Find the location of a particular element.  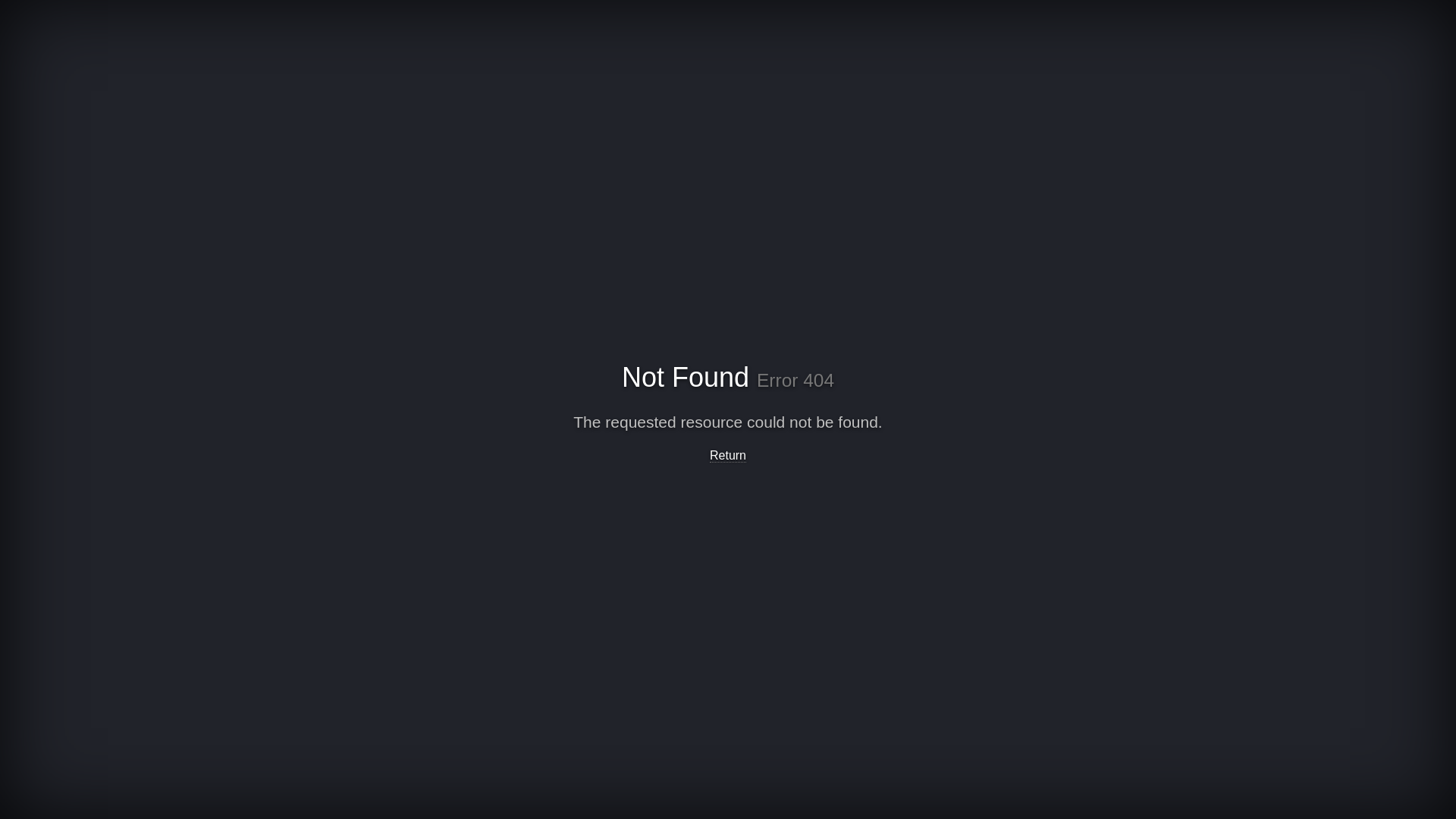

'Return' is located at coordinates (728, 455).